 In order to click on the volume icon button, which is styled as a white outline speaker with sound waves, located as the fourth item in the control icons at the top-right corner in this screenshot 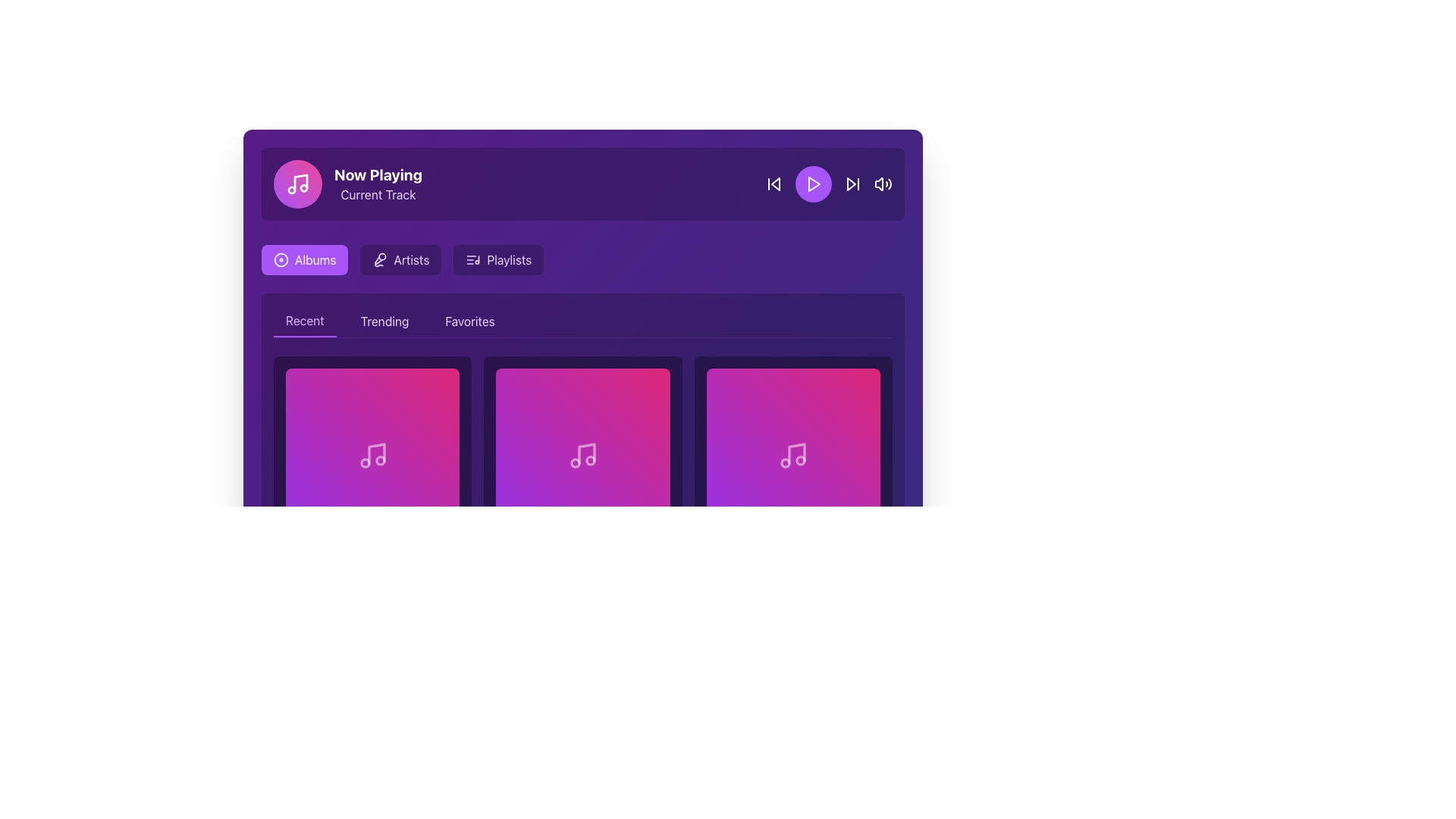, I will do `click(883, 184)`.